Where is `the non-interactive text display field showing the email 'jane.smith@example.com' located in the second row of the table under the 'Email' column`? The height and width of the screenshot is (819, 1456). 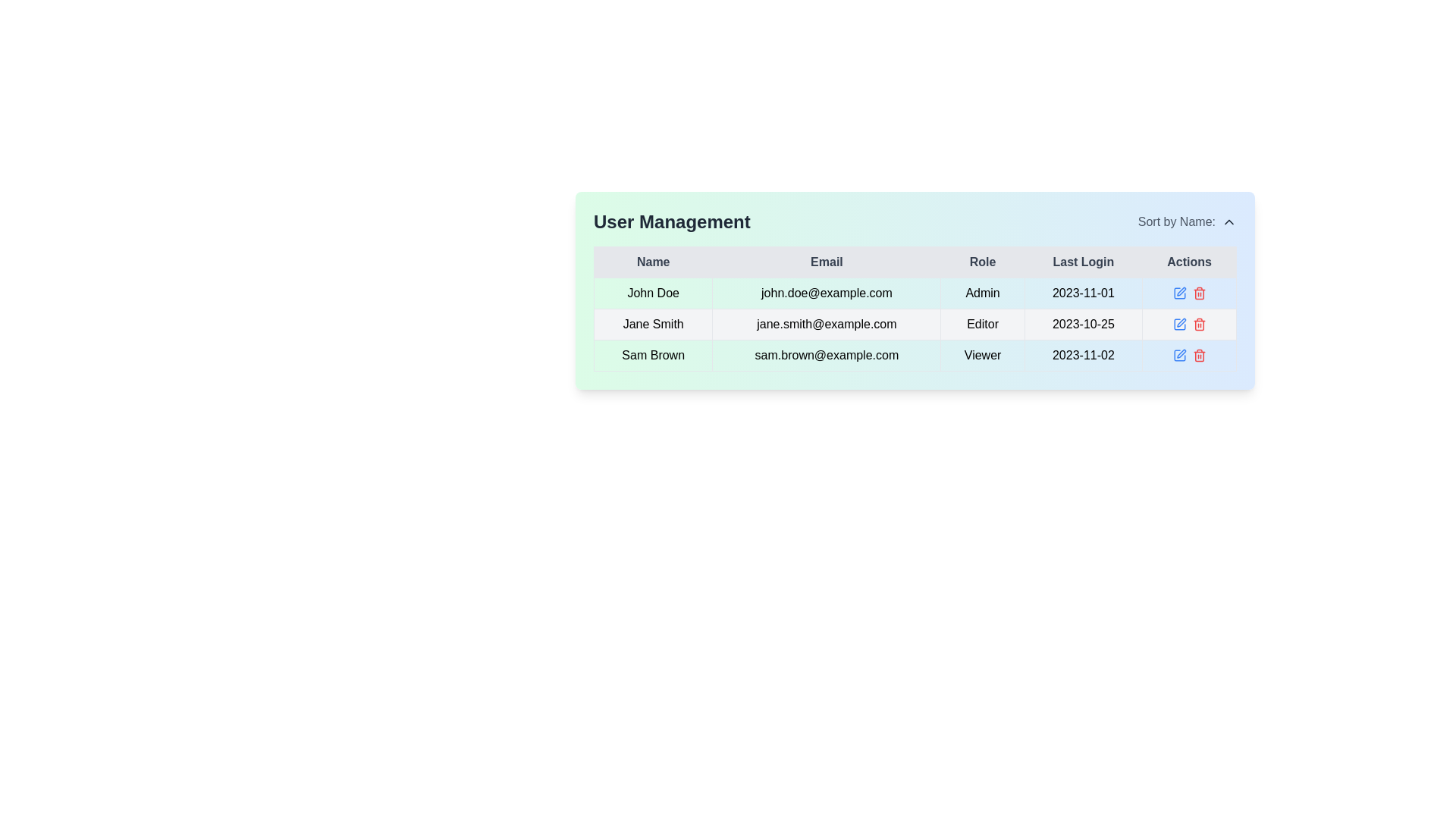
the non-interactive text display field showing the email 'jane.smith@example.com' located in the second row of the table under the 'Email' column is located at coordinates (826, 324).